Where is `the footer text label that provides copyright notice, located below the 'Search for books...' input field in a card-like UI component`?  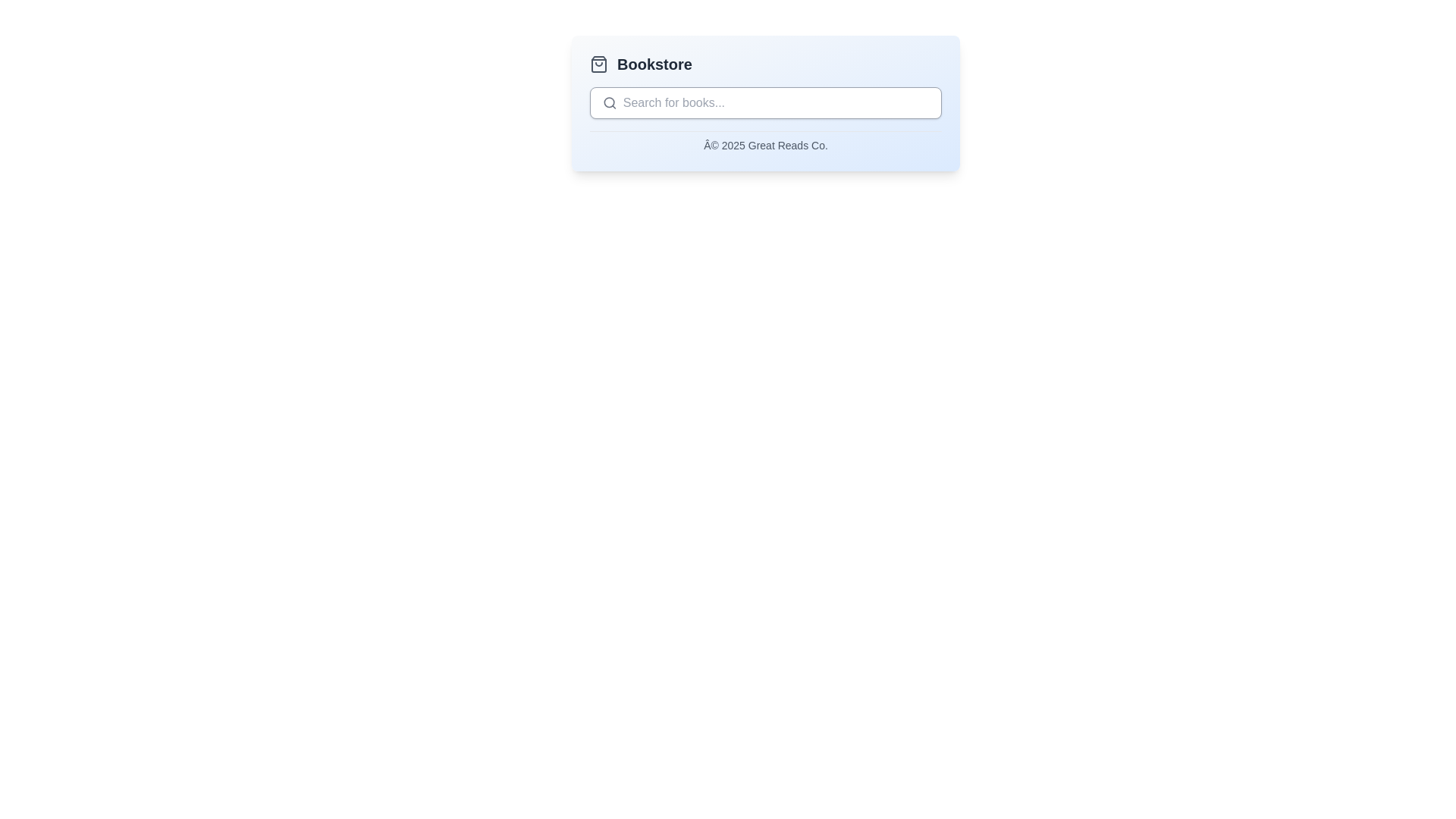
the footer text label that provides copyright notice, located below the 'Search for books...' input field in a card-like UI component is located at coordinates (765, 142).